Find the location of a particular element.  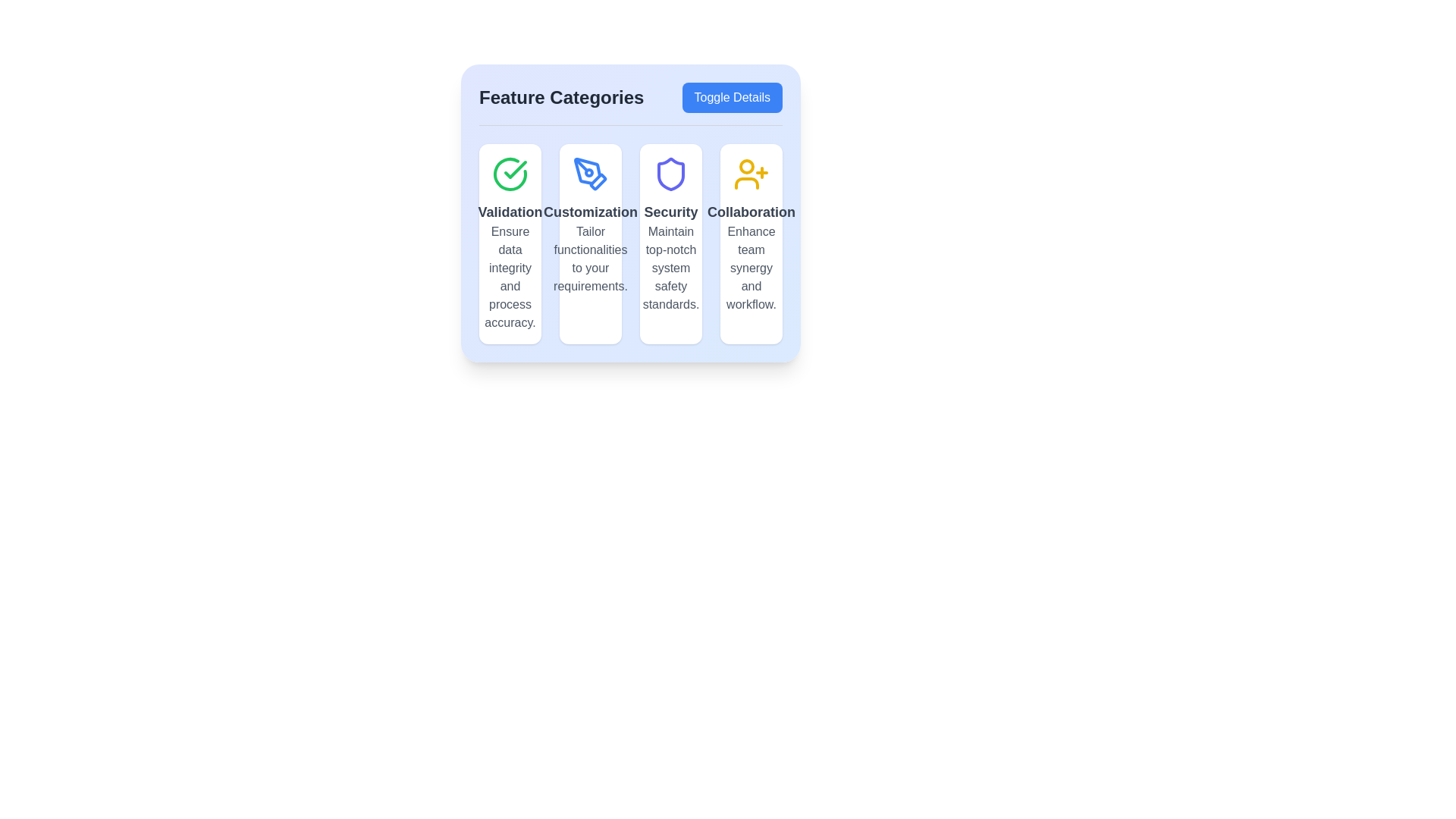

text label that emphasizes 'Collaboration', located as the header of the fourth card in the 'Feature Categories' grid layout is located at coordinates (751, 212).